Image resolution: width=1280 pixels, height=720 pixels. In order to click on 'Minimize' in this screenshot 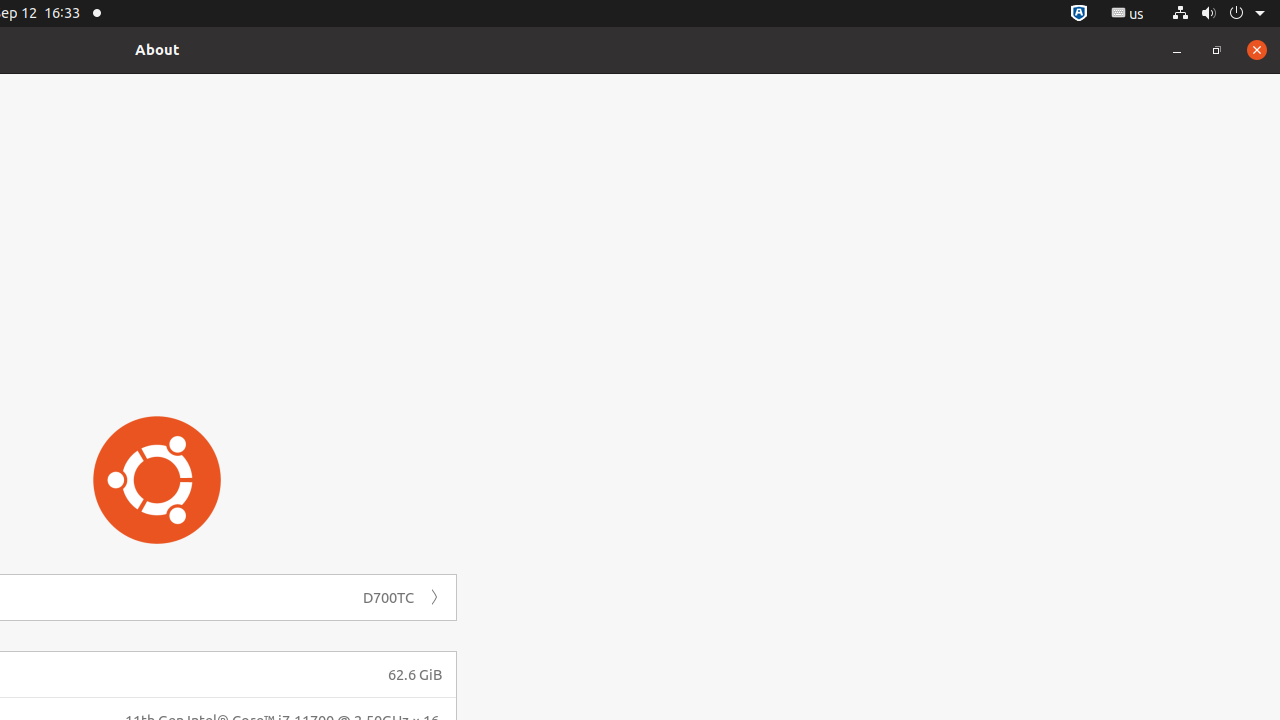, I will do `click(1176, 48)`.